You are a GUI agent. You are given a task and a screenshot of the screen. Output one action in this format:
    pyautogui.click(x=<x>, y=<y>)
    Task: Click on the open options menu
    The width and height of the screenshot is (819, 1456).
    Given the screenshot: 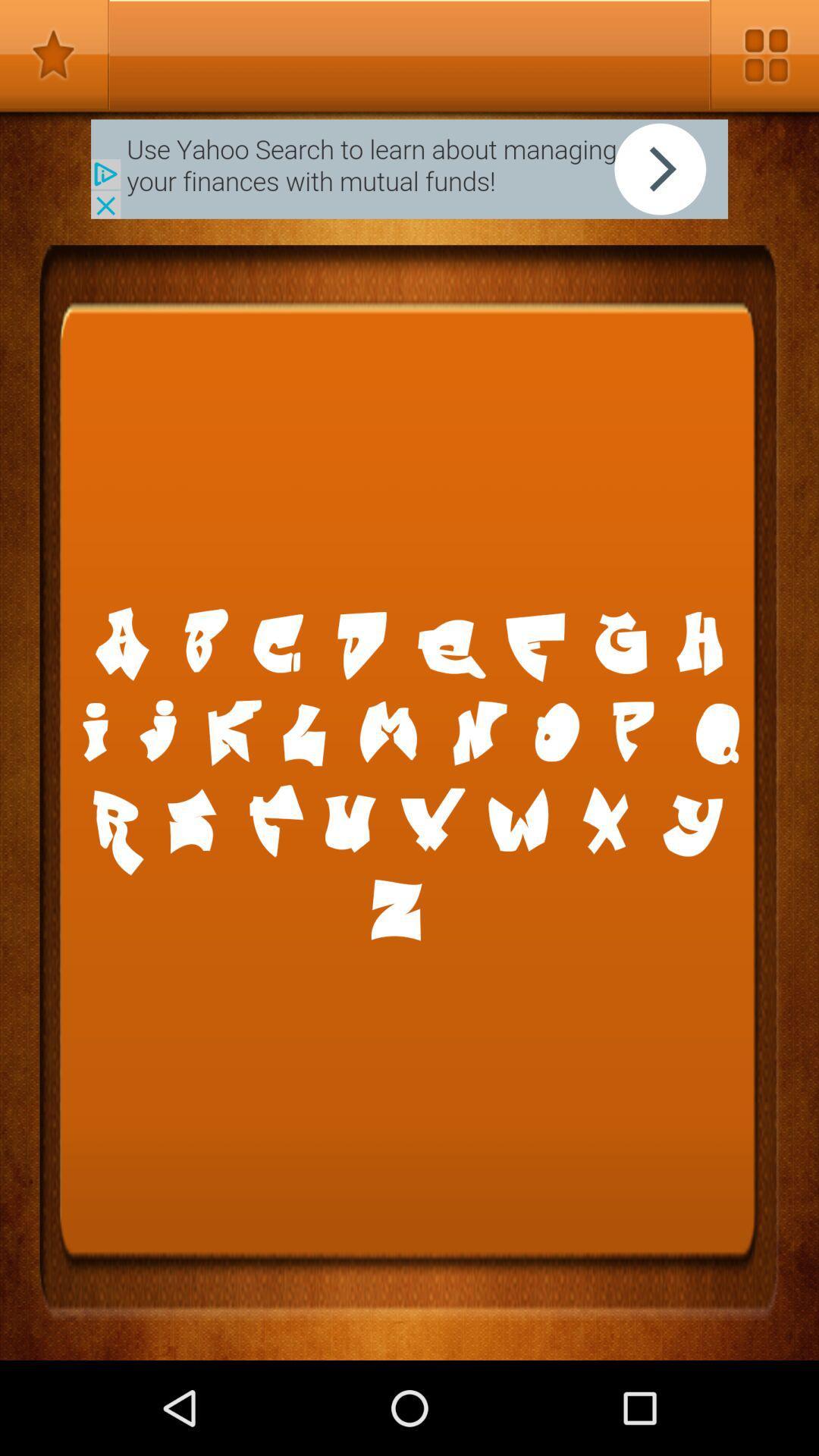 What is the action you would take?
    pyautogui.click(x=764, y=55)
    